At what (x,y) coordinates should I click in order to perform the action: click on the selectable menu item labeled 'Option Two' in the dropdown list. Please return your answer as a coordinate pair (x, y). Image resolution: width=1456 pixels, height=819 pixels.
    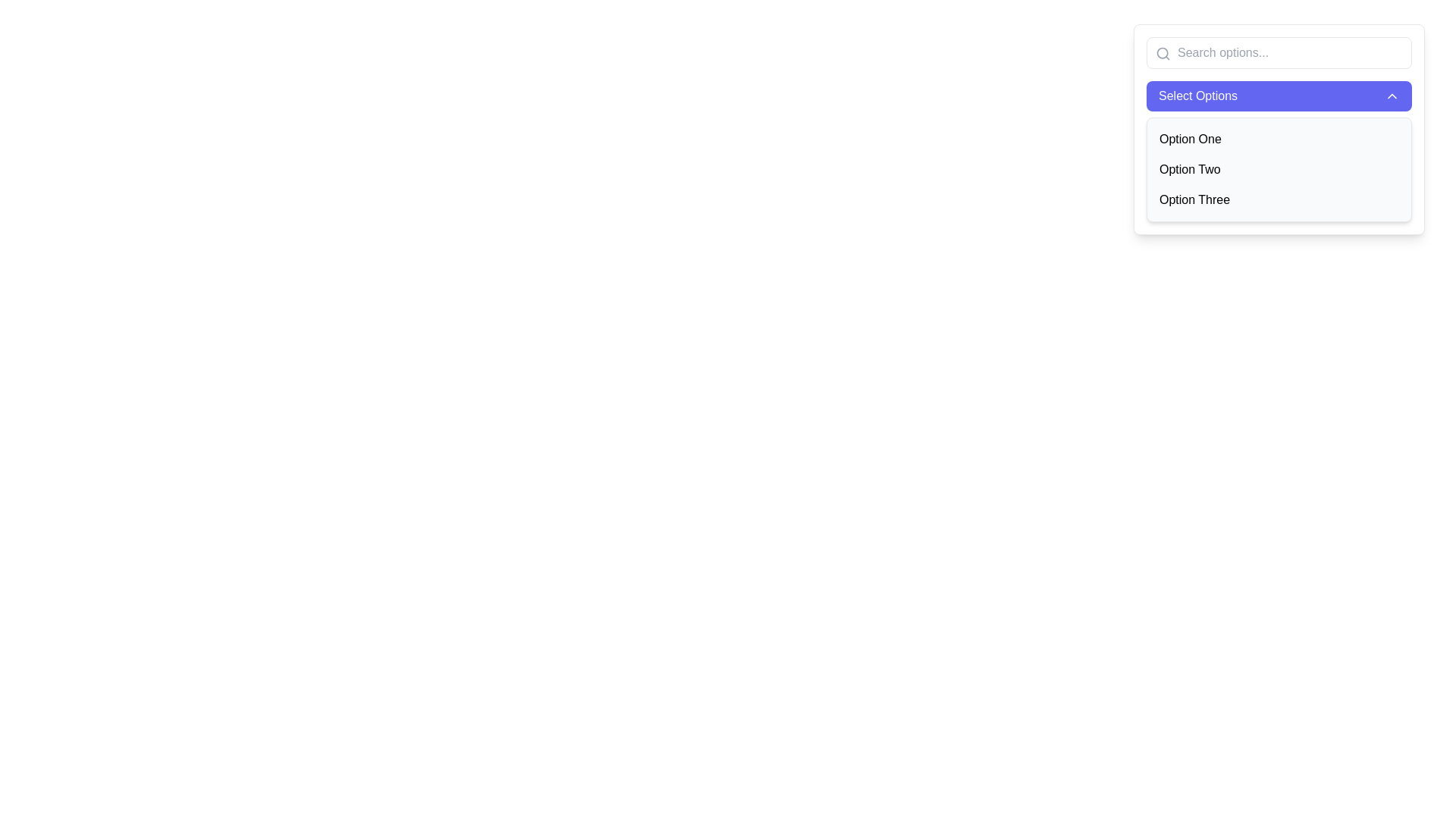
    Looking at the image, I should click on (1278, 169).